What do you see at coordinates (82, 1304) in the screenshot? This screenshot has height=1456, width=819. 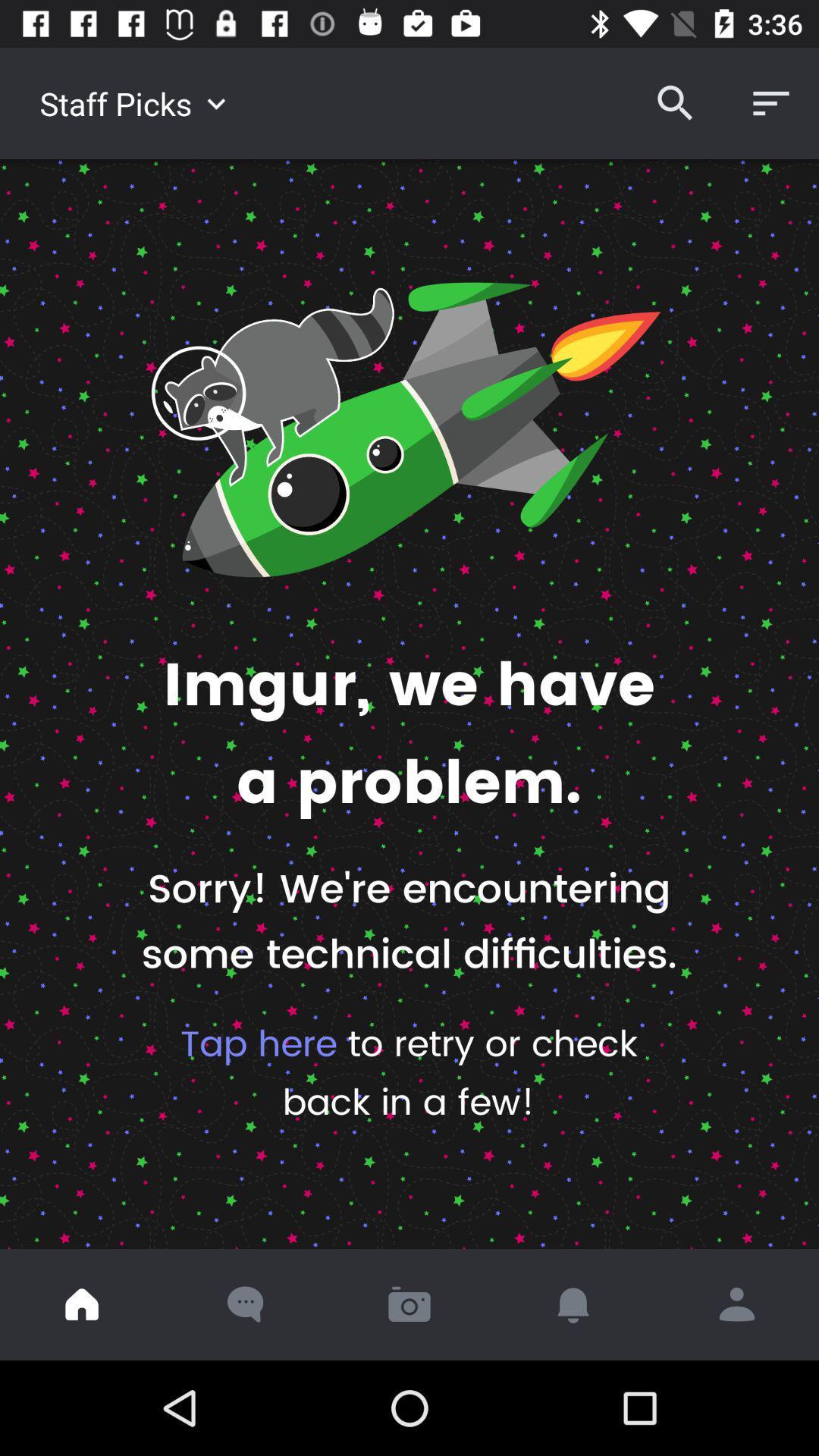 I see `the icon below the tap here to` at bounding box center [82, 1304].